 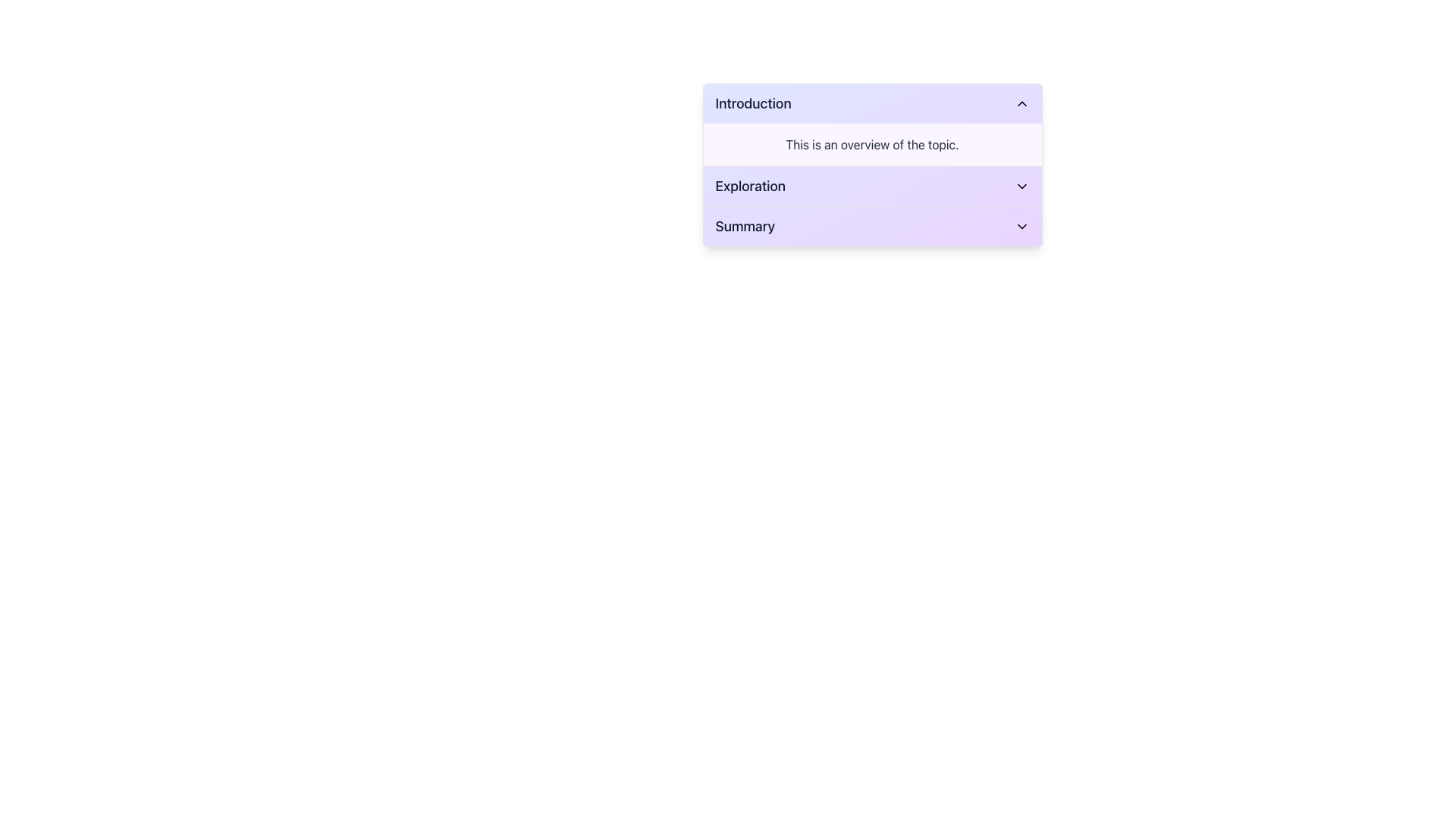 What do you see at coordinates (1021, 227) in the screenshot?
I see `the toggle icon for expanding or collapsing the 'Summary' section for visual feedback` at bounding box center [1021, 227].